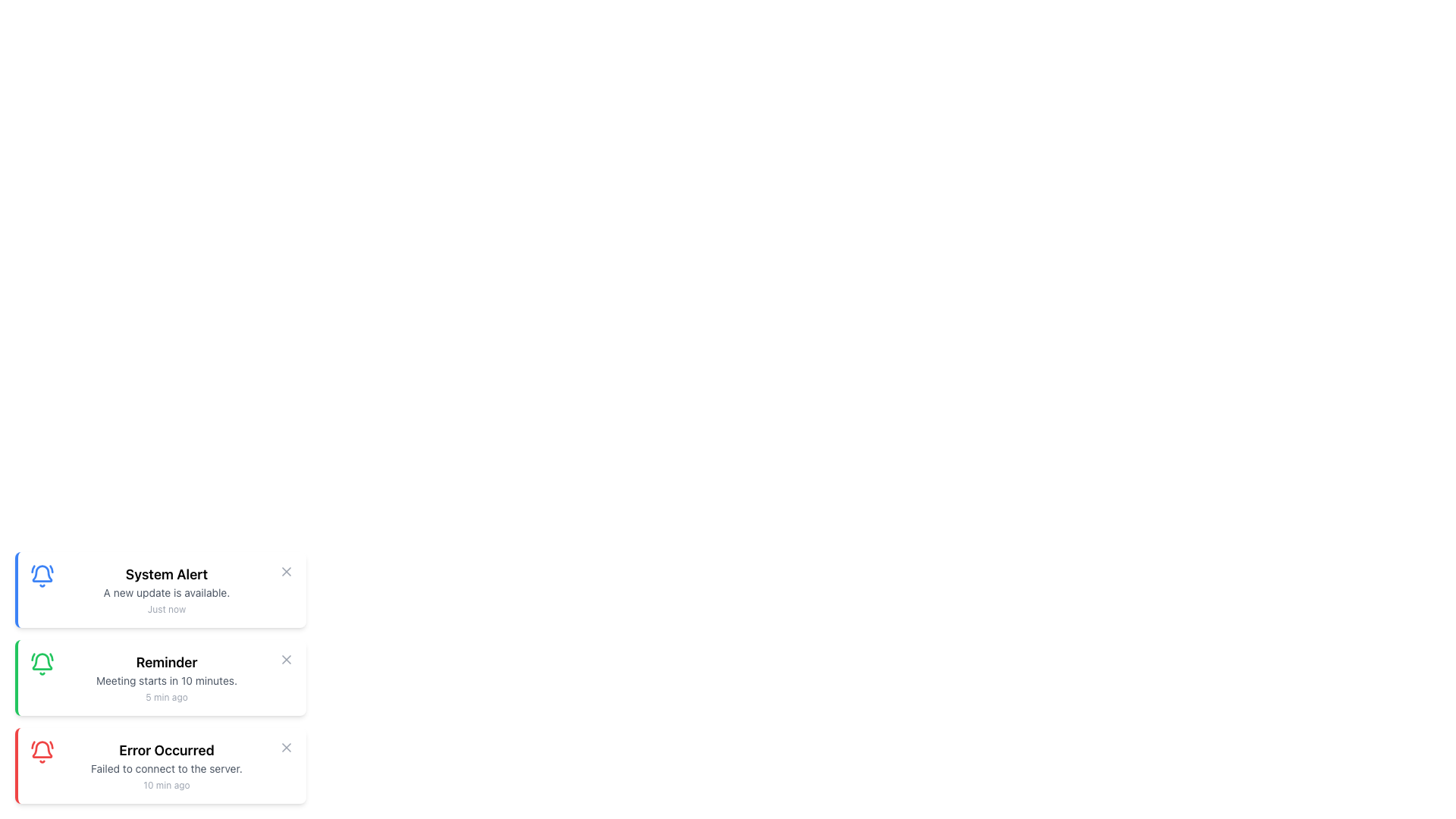 Image resolution: width=1456 pixels, height=819 pixels. What do you see at coordinates (167, 677) in the screenshot?
I see `the Notification element that displays a bold header 'Reminder', a descriptive text 'Meeting starts in 10 minutes.', and a time indicator '5 min ago', located second from the top of a list of notification cards` at bounding box center [167, 677].